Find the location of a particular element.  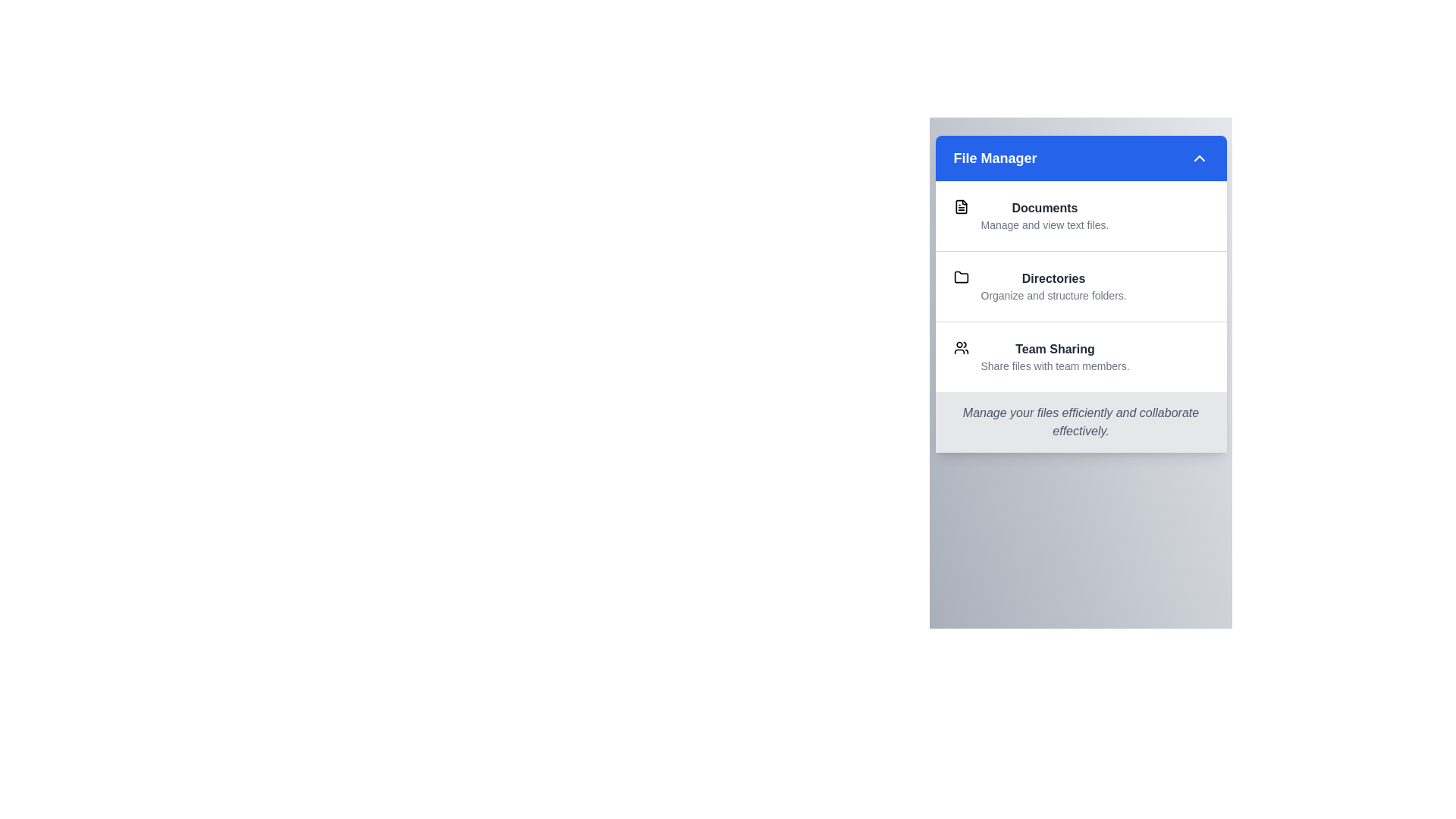

the item labeled 'Documents' to highlight it is located at coordinates (1080, 216).